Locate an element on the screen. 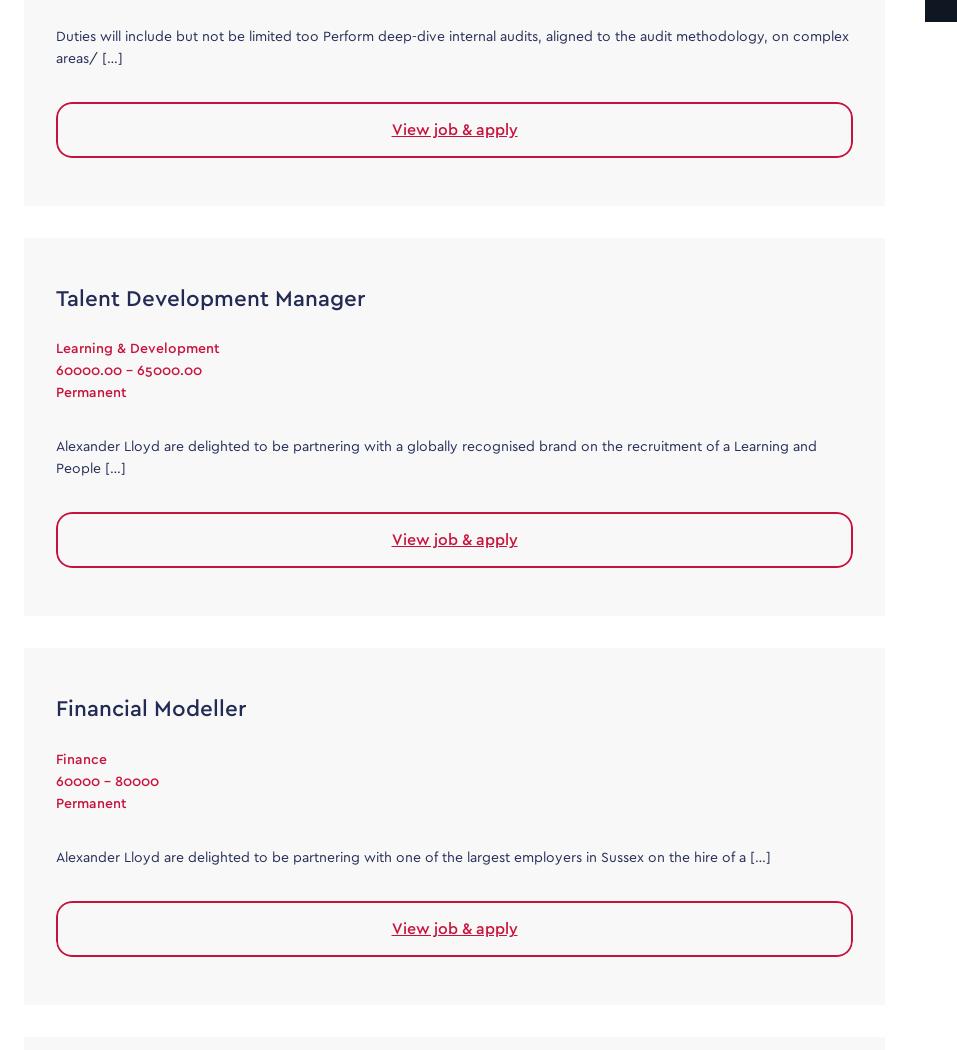 This screenshot has width=957, height=1050. 'Duties will include but not be limited too Perform deep-dive internal audits, aligned to the audit methodology, on complex areas/ […]' is located at coordinates (451, 46).